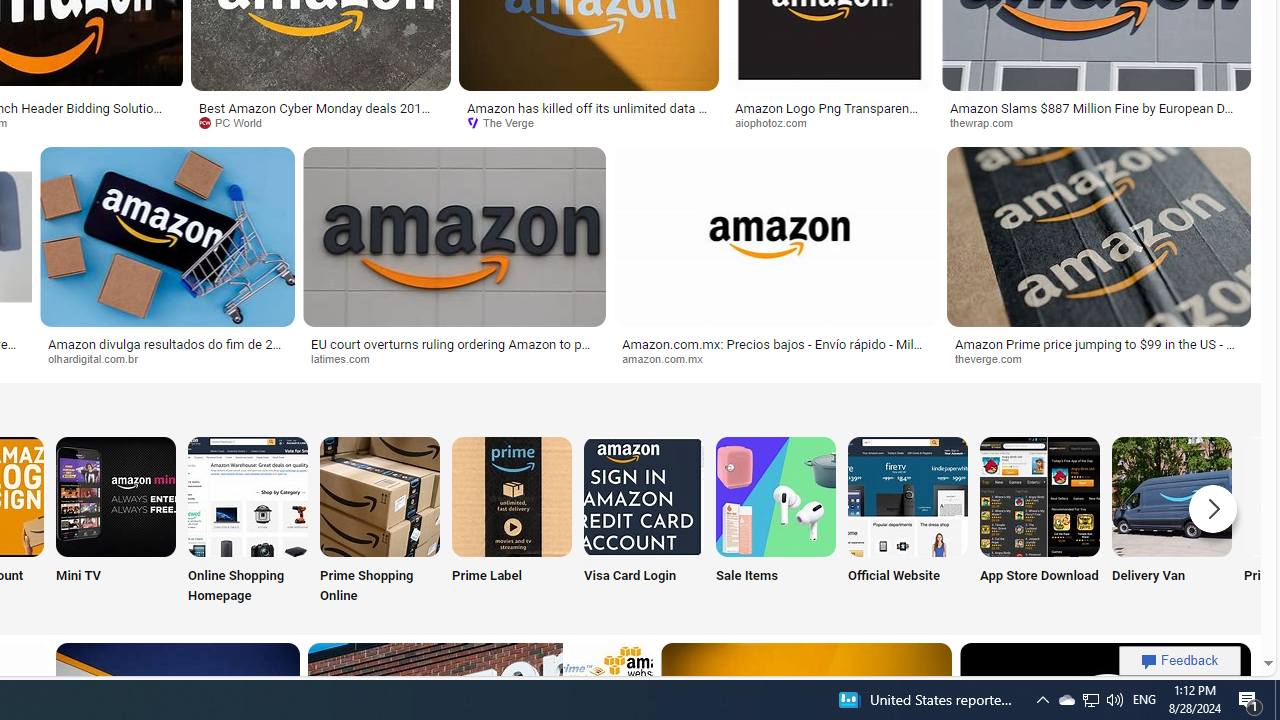 This screenshot has height=720, width=1280. What do you see at coordinates (906, 521) in the screenshot?
I see `'Official Website'` at bounding box center [906, 521].